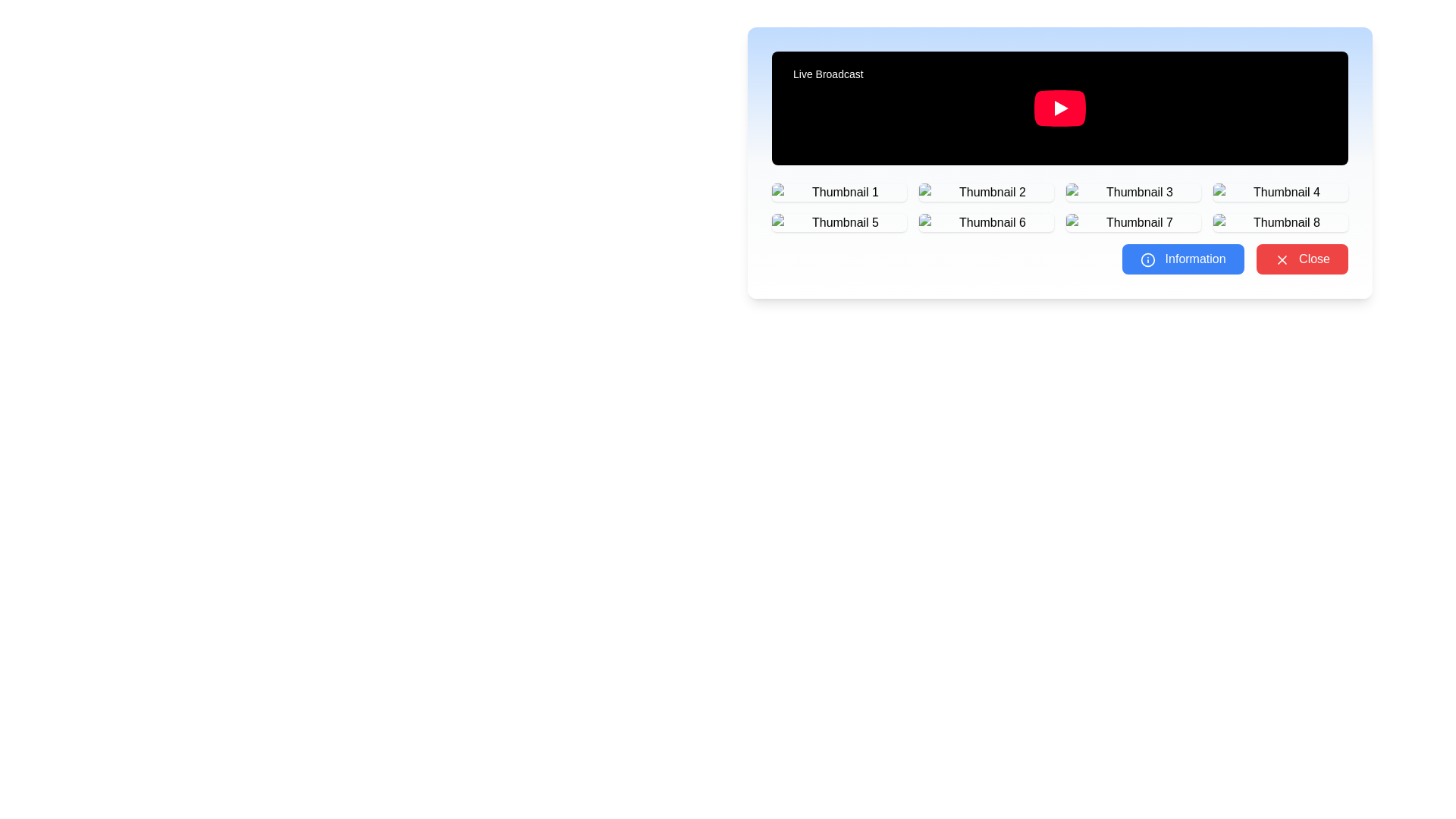 This screenshot has height=819, width=1456. Describe the element at coordinates (986, 192) in the screenshot. I see `the second thumbnail labeled 'Thumbnail 2' in the grid` at that location.